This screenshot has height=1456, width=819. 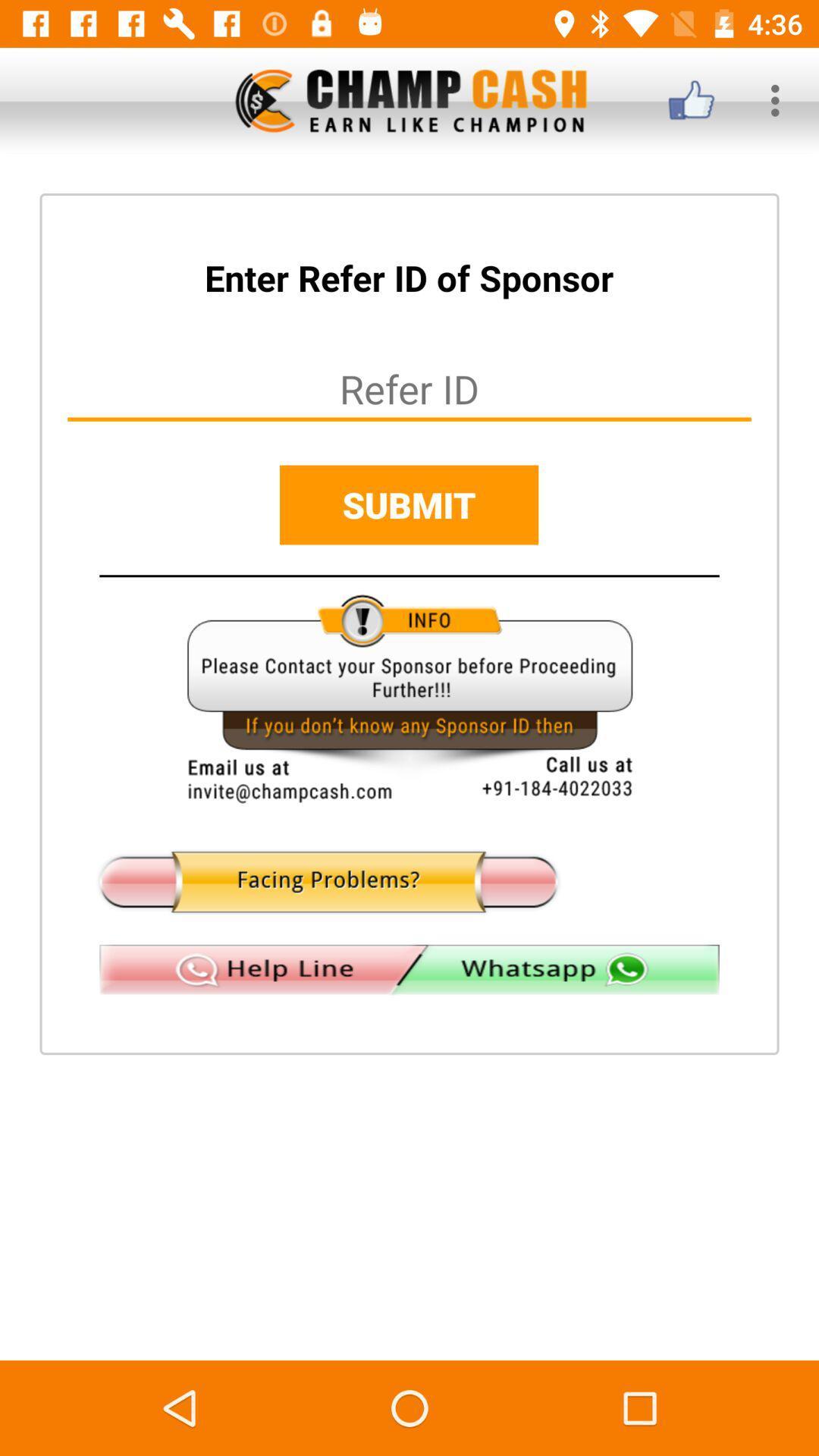 I want to click on insert refer id, so click(x=409, y=388).